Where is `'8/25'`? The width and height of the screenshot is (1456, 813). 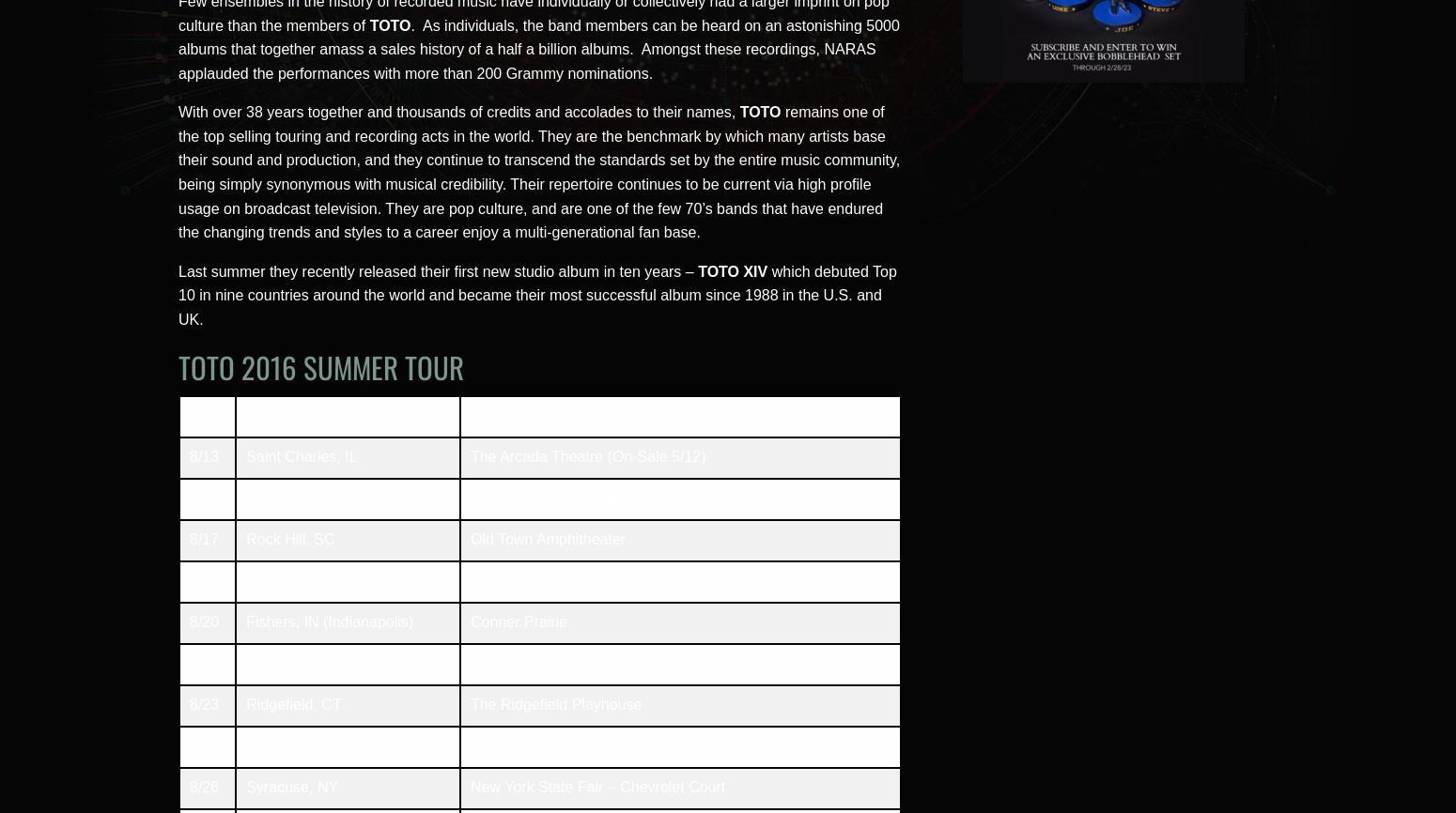 '8/25' is located at coordinates (188, 744).